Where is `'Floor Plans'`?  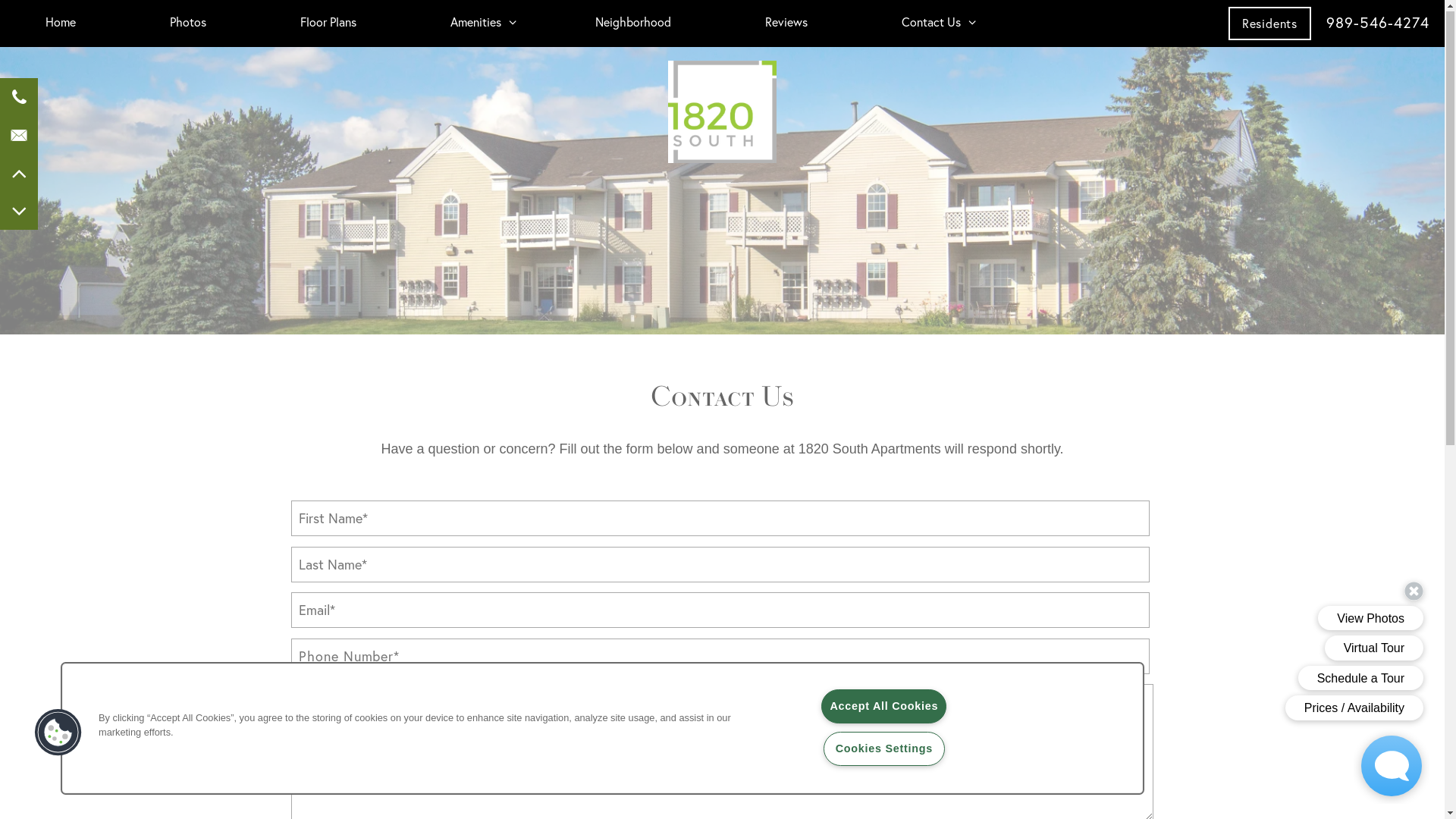 'Floor Plans' is located at coordinates (327, 23).